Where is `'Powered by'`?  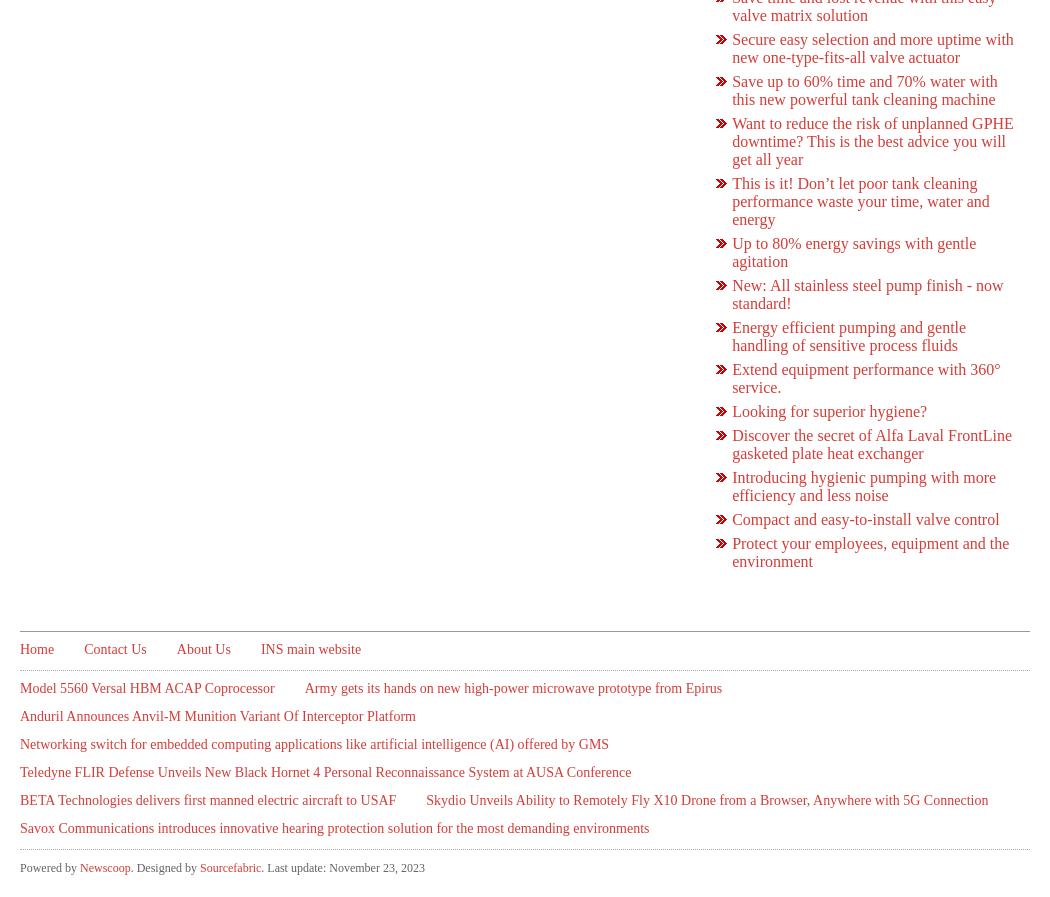
'Powered by' is located at coordinates (48, 868).